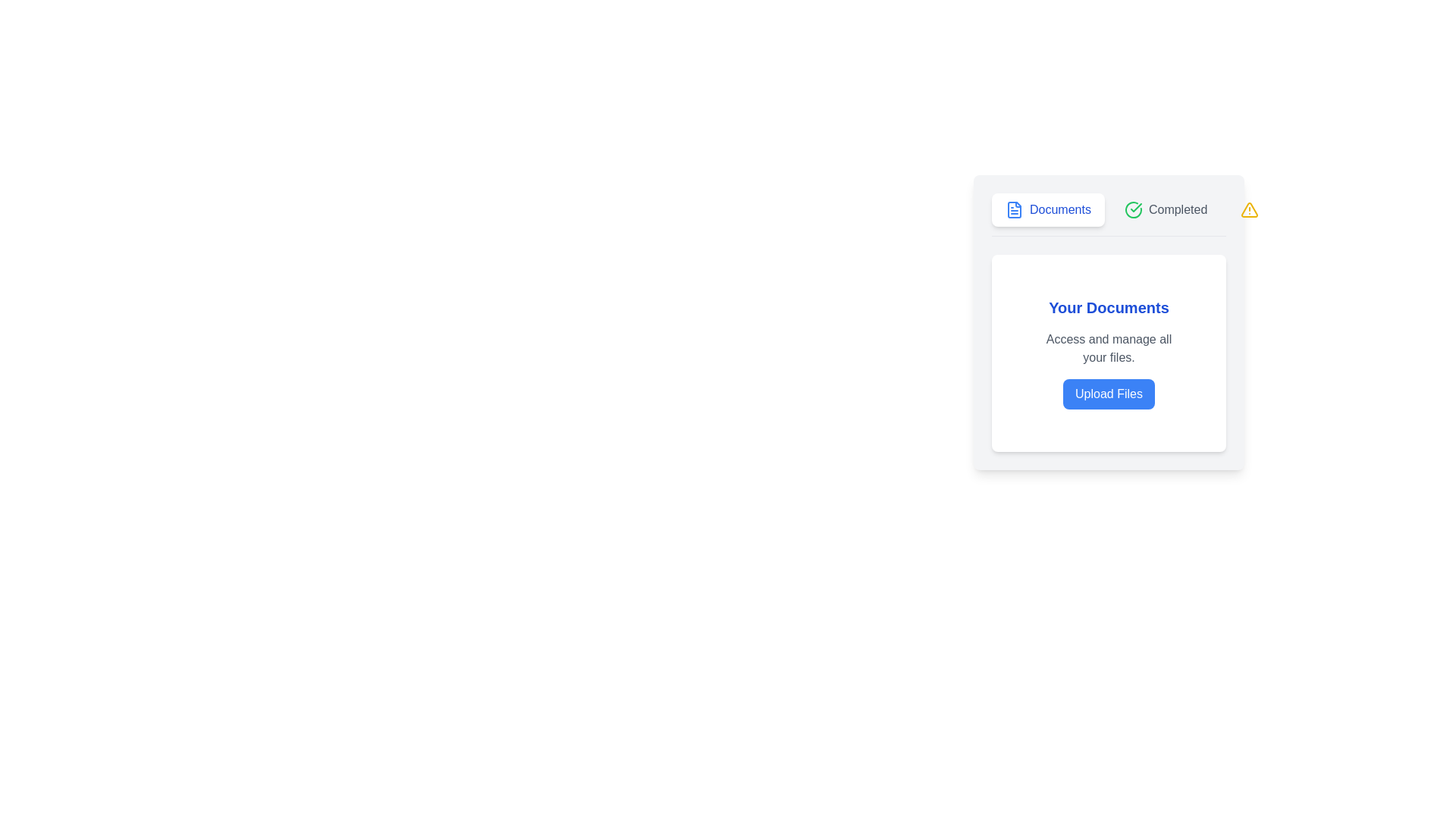 This screenshot has height=819, width=1456. What do you see at coordinates (1015, 210) in the screenshot?
I see `the file icon located in the upper-left portion of the card-like widget by interacting with the main structure of the icon` at bounding box center [1015, 210].